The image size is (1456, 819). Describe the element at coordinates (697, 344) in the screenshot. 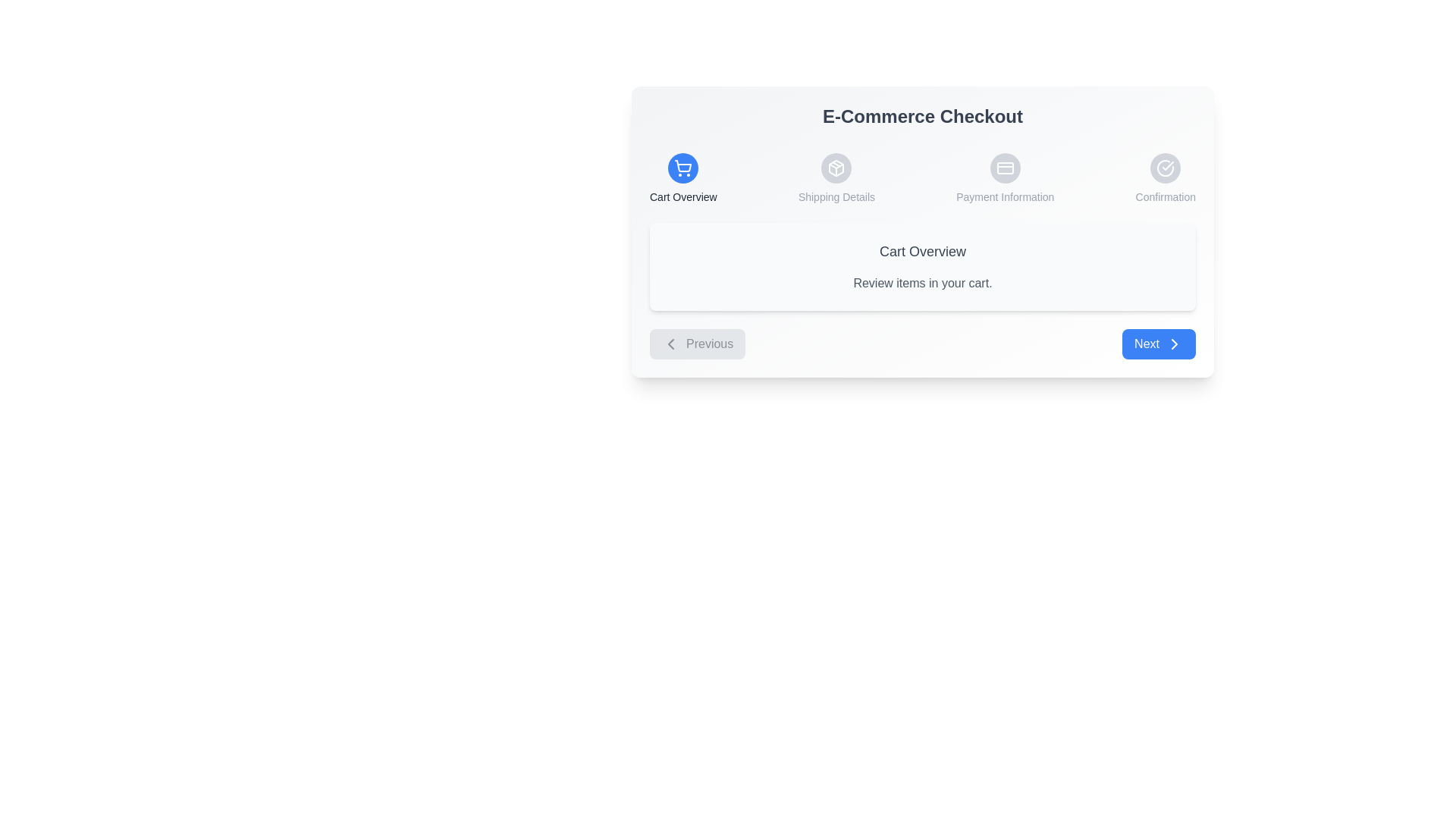

I see `the disabled 'Previous' button located on the left side of the navigation control at the bottom of the 'E-Commerce Checkout' card section` at that location.